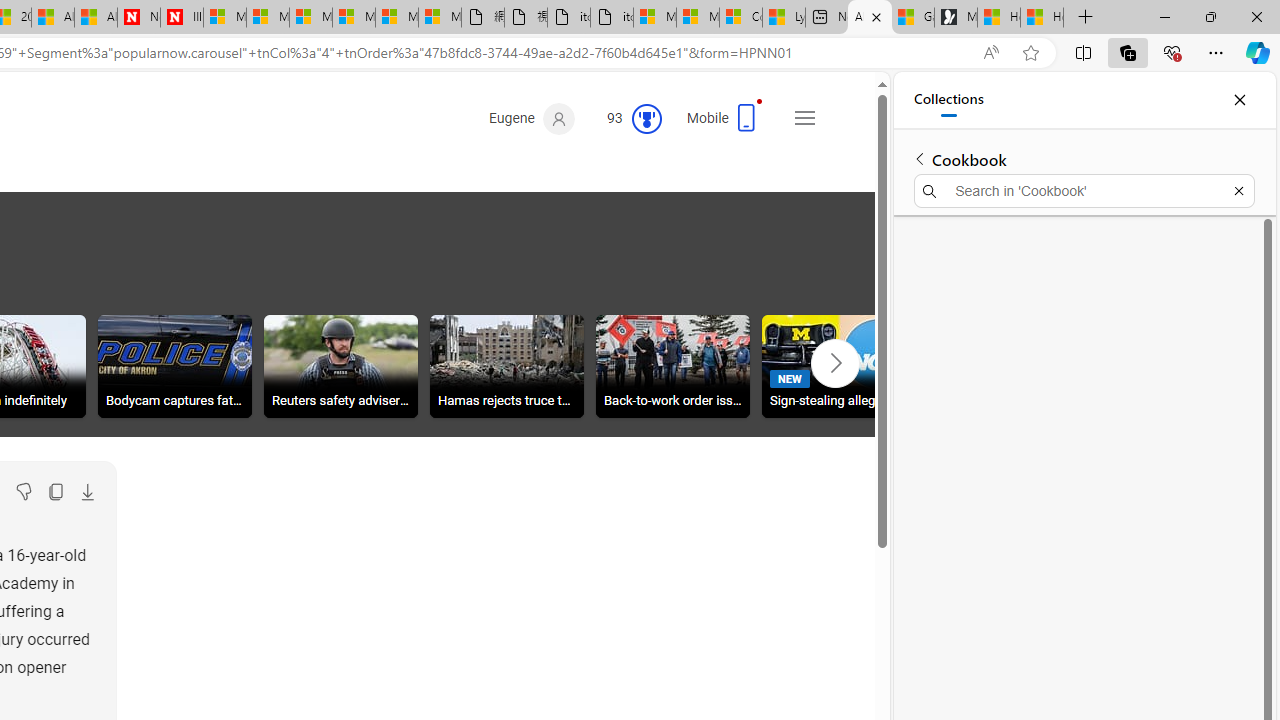  Describe the element at coordinates (869, 17) in the screenshot. I see `'Alabama high school quarterback dies - Search'` at that location.